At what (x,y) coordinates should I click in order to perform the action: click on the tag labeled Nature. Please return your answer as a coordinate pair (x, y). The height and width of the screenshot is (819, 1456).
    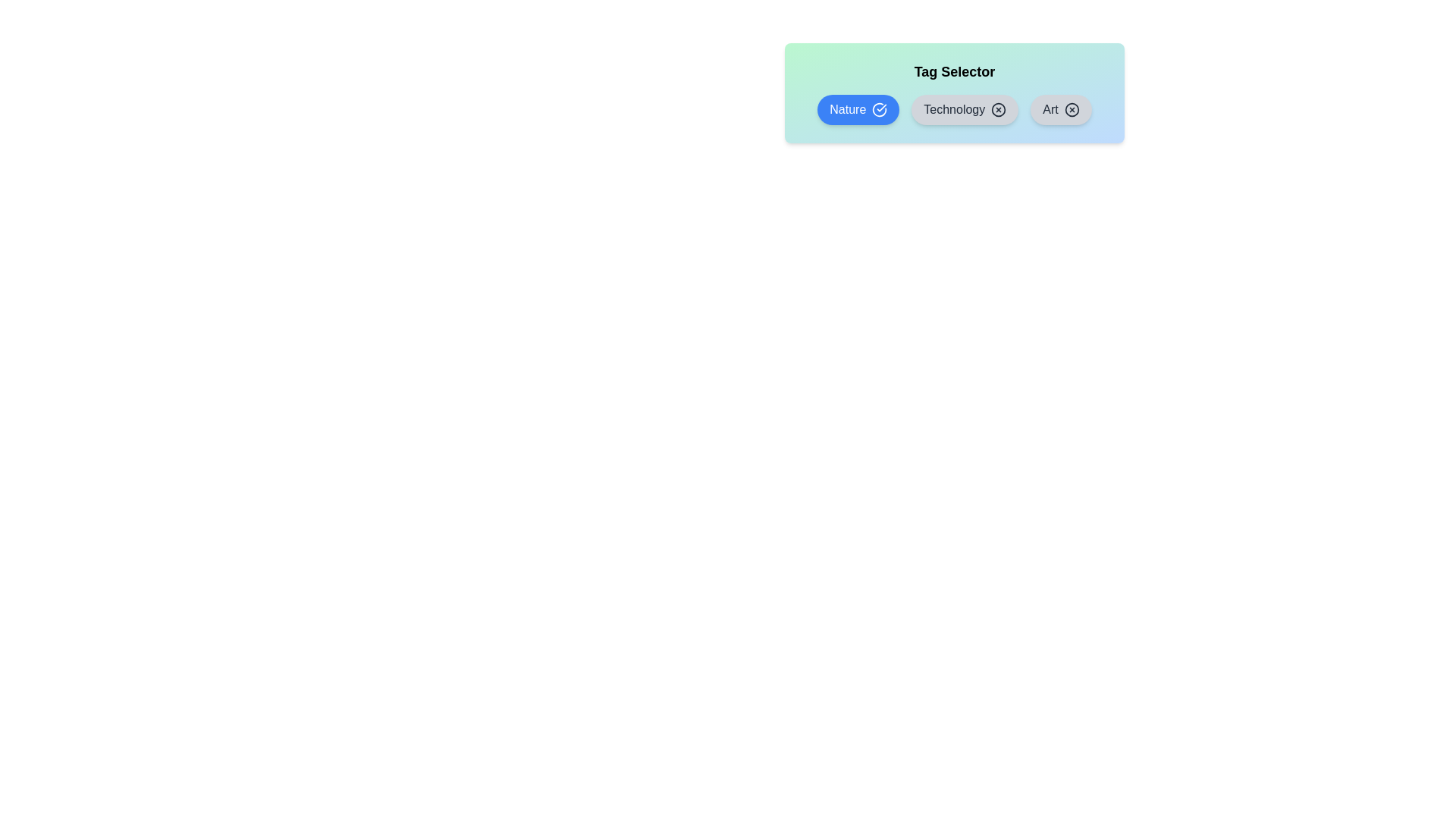
    Looking at the image, I should click on (858, 109).